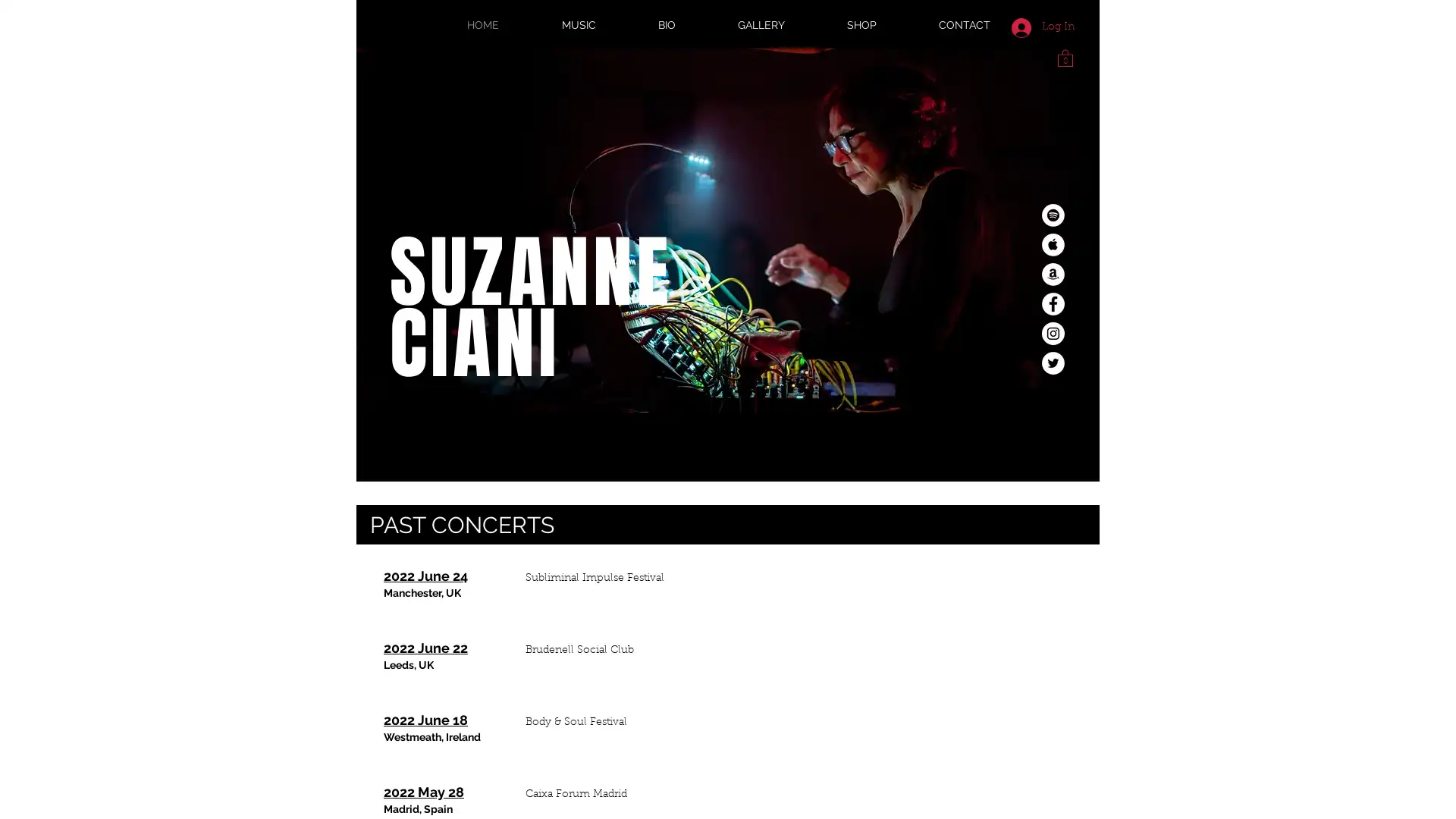 The width and height of the screenshot is (1456, 819). Describe the element at coordinates (1042, 27) in the screenshot. I see `Log In` at that location.